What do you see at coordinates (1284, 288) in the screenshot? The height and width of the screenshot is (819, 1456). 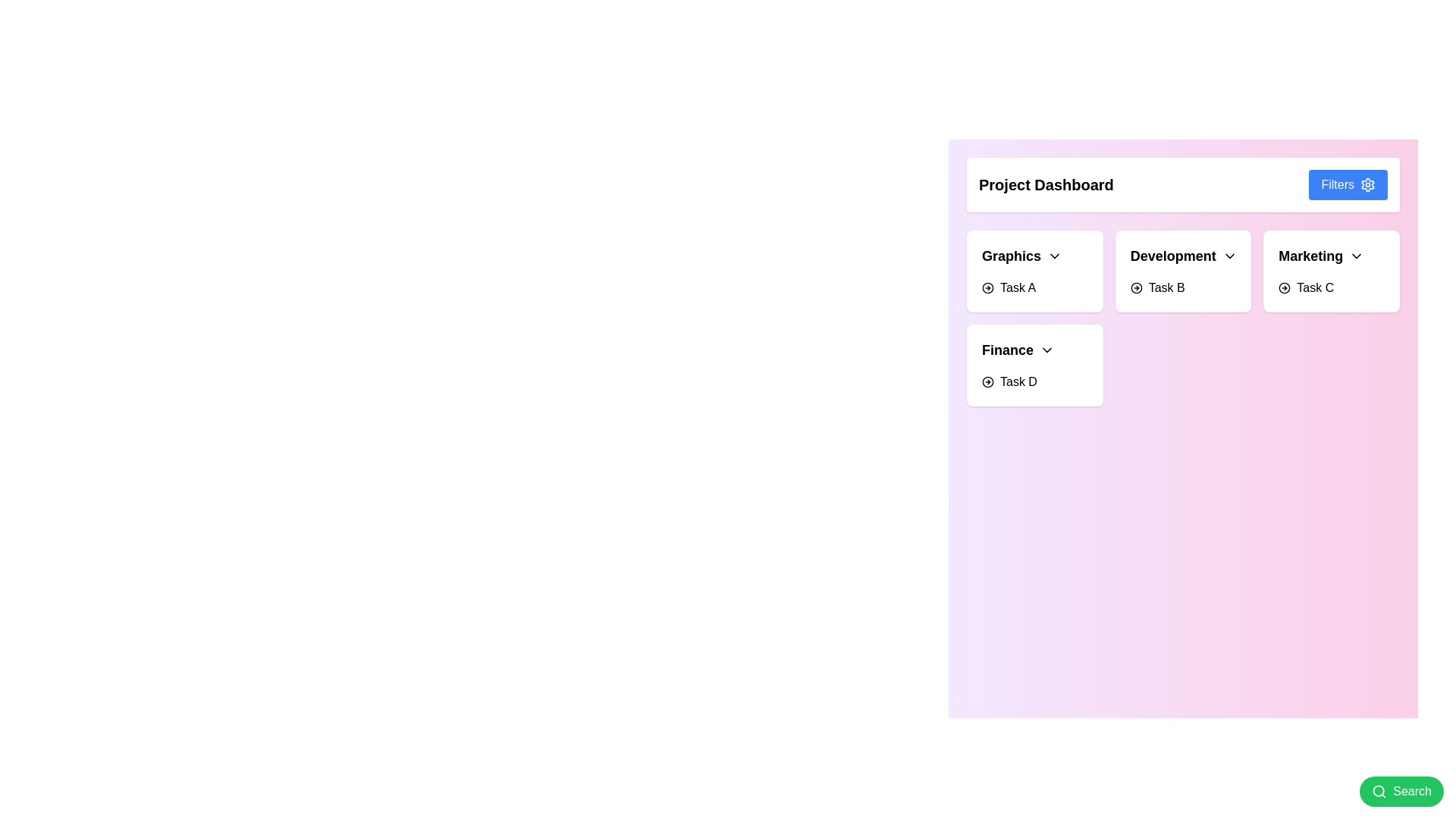 I see `the hollow right-pointing arrow icon within the 'Marketing' task card, located above the text 'Task C'` at bounding box center [1284, 288].